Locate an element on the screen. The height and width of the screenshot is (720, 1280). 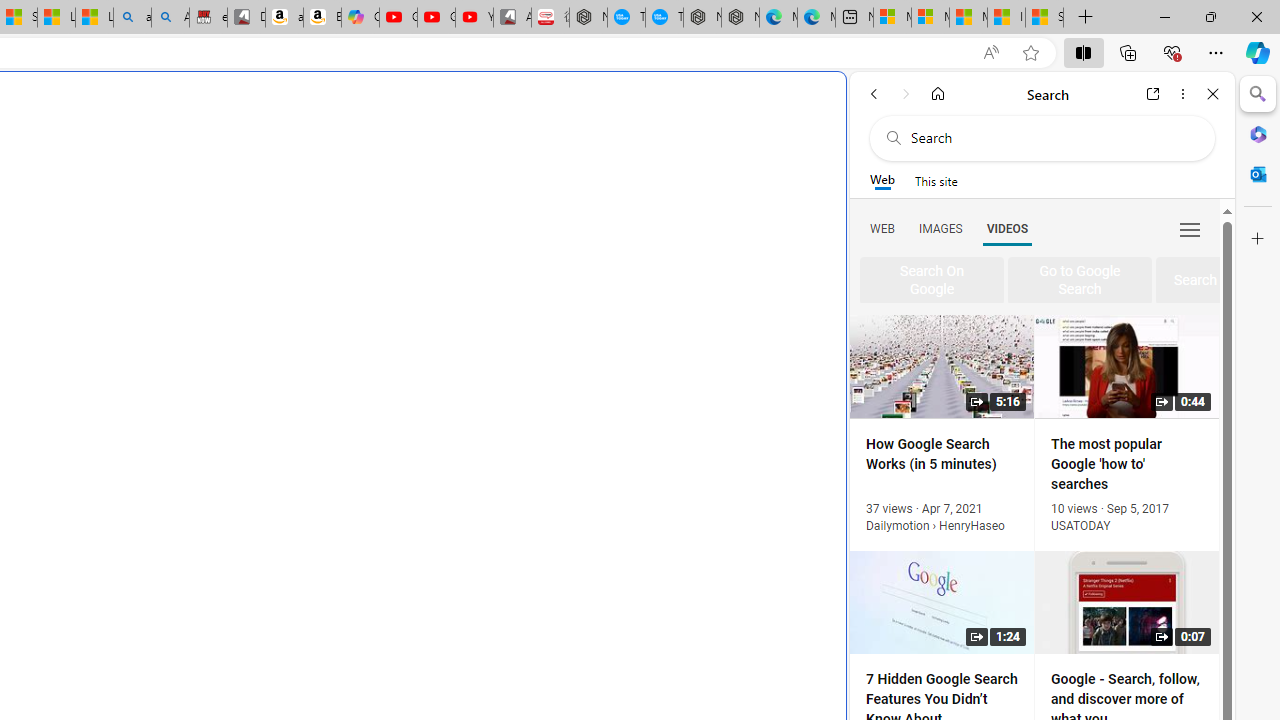
'Copilot' is located at coordinates (360, 17).